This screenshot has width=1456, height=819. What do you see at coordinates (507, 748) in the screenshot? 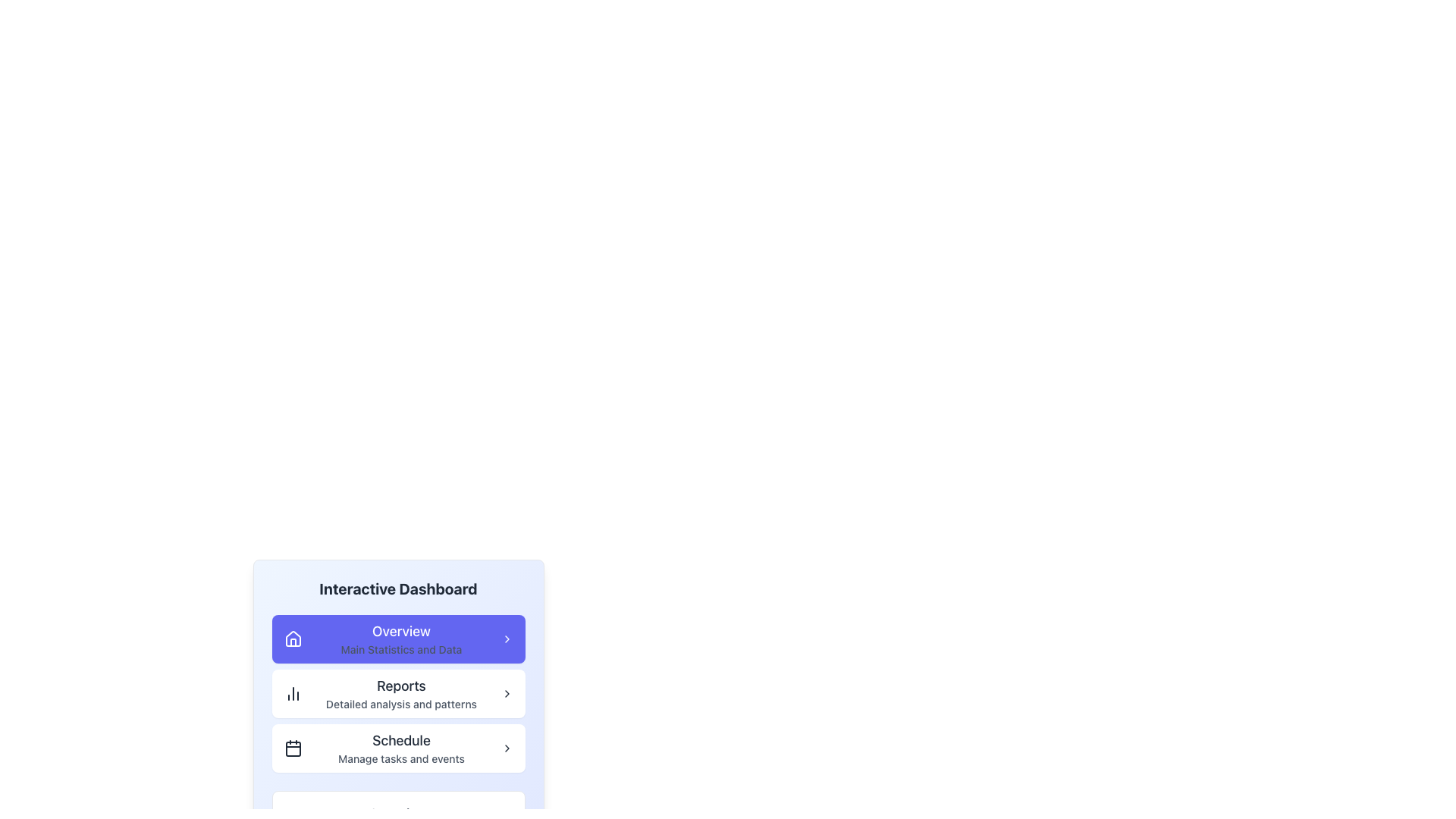
I see `the arrow icon pointing to the right within the 'Schedule Manage tasks and events' UI card` at bounding box center [507, 748].